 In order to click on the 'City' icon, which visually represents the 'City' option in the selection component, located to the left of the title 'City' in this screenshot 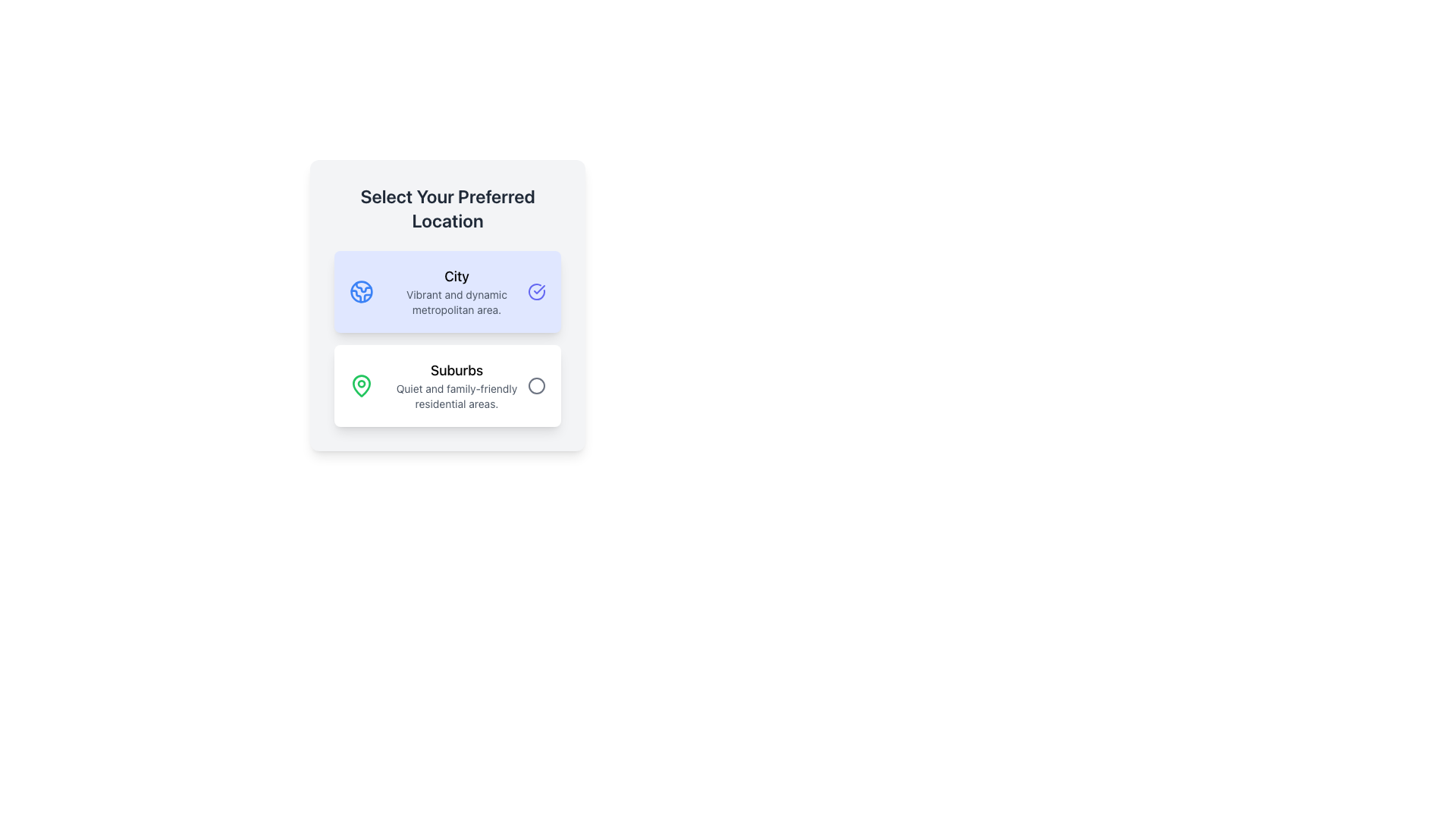, I will do `click(360, 292)`.